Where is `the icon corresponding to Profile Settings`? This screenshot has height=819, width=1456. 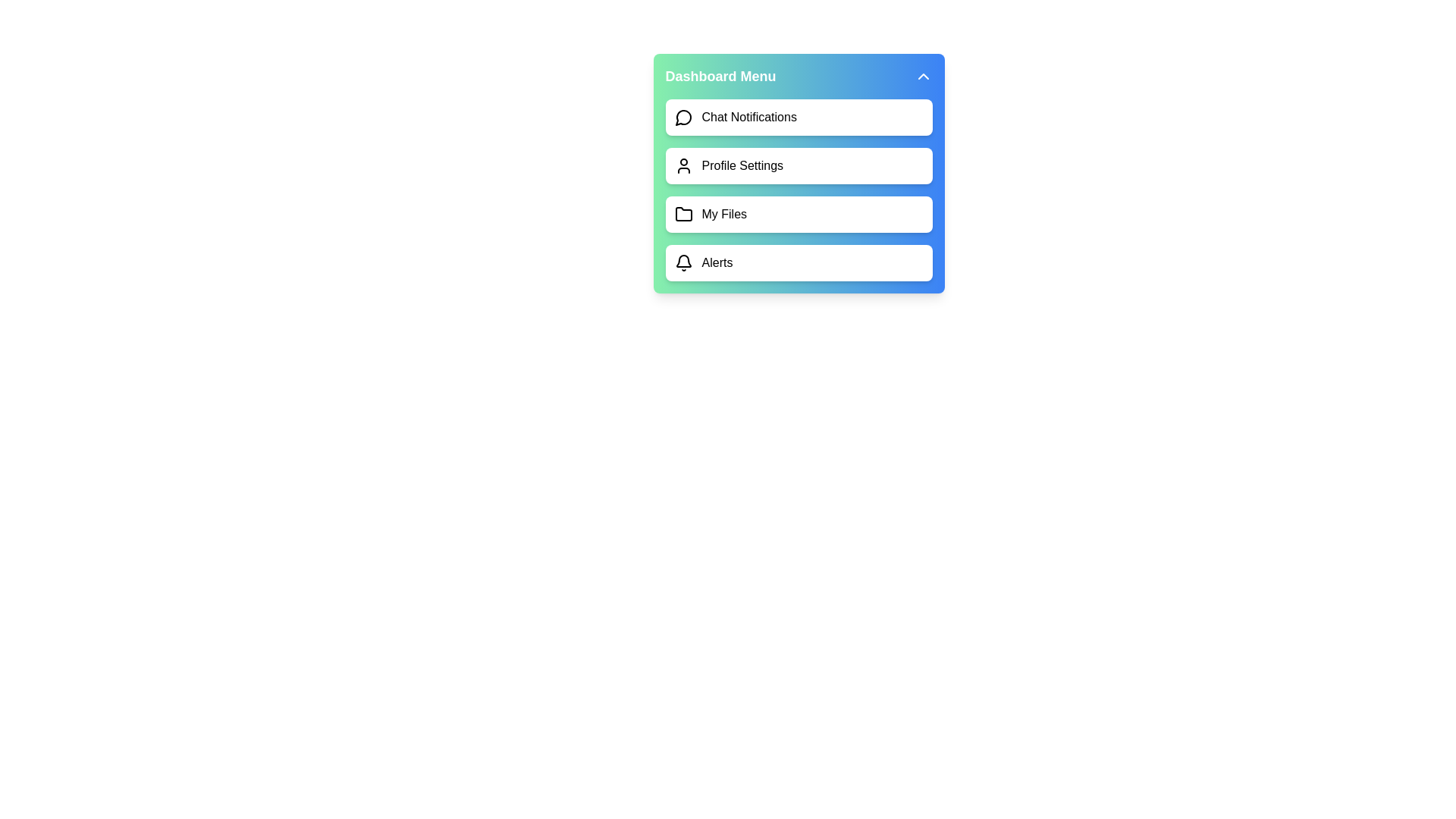 the icon corresponding to Profile Settings is located at coordinates (682, 166).